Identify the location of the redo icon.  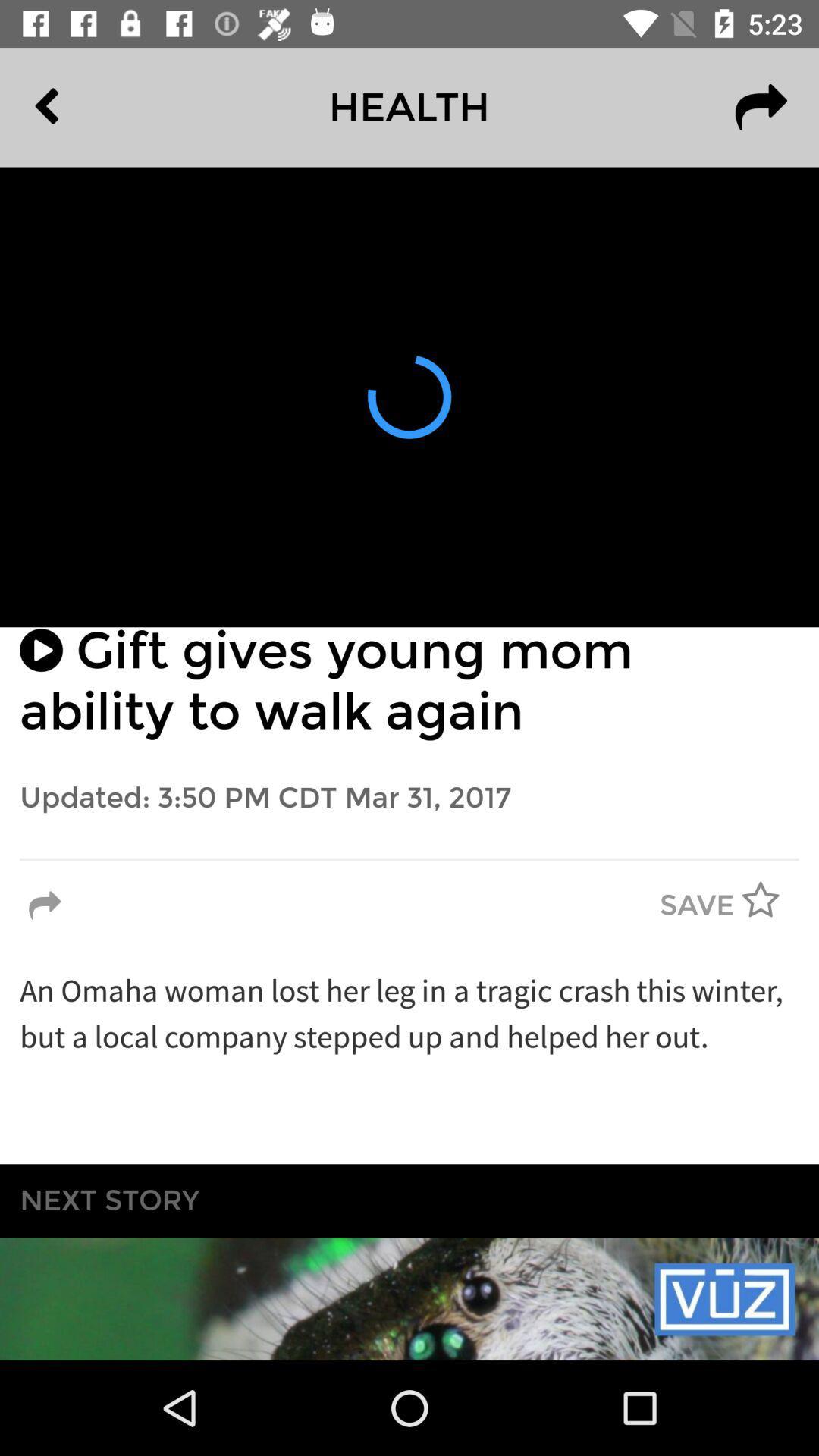
(761, 106).